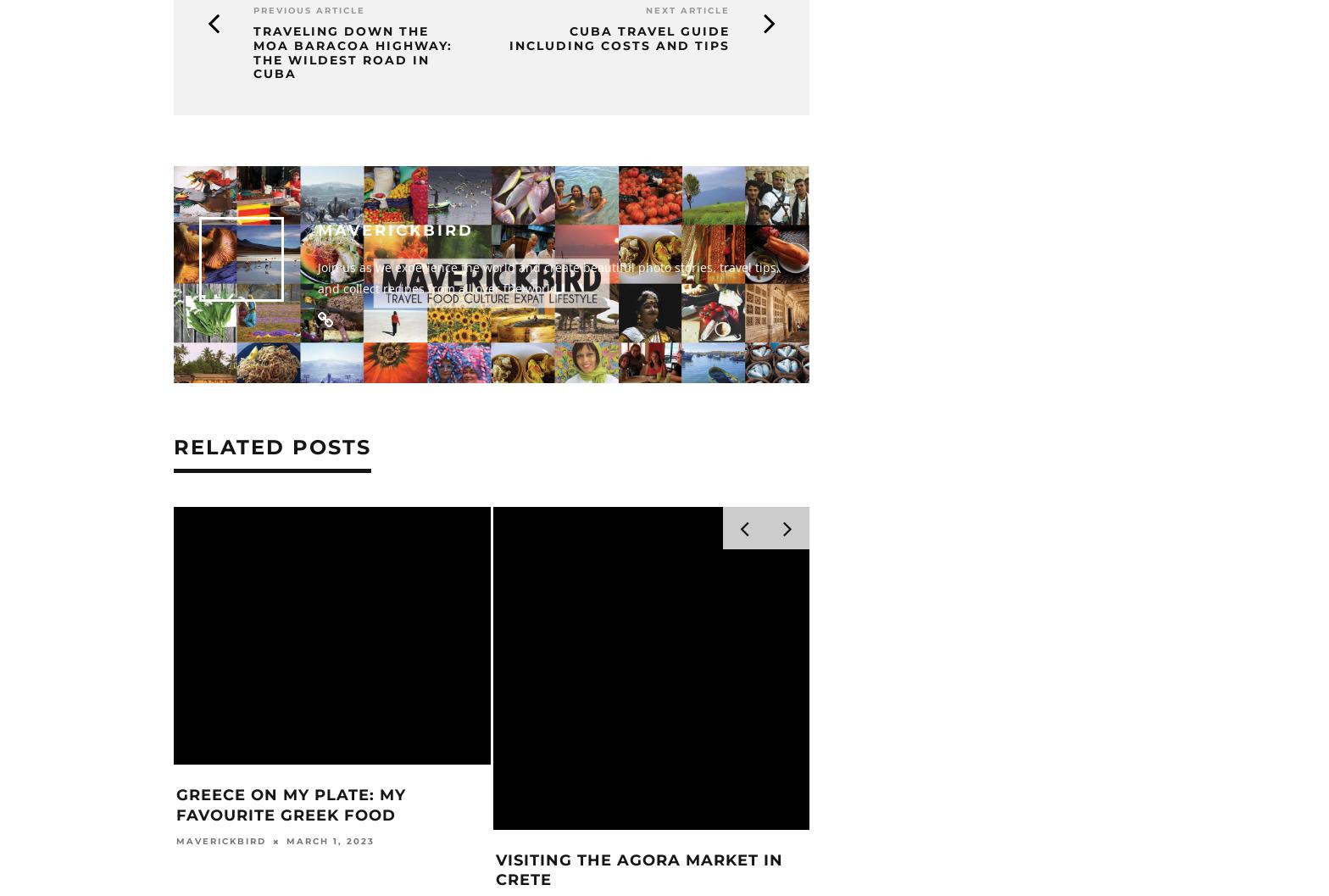 The image size is (1329, 896). Describe the element at coordinates (920, 811) in the screenshot. I see `'Greece on my plate: my favourite Greek food'` at that location.